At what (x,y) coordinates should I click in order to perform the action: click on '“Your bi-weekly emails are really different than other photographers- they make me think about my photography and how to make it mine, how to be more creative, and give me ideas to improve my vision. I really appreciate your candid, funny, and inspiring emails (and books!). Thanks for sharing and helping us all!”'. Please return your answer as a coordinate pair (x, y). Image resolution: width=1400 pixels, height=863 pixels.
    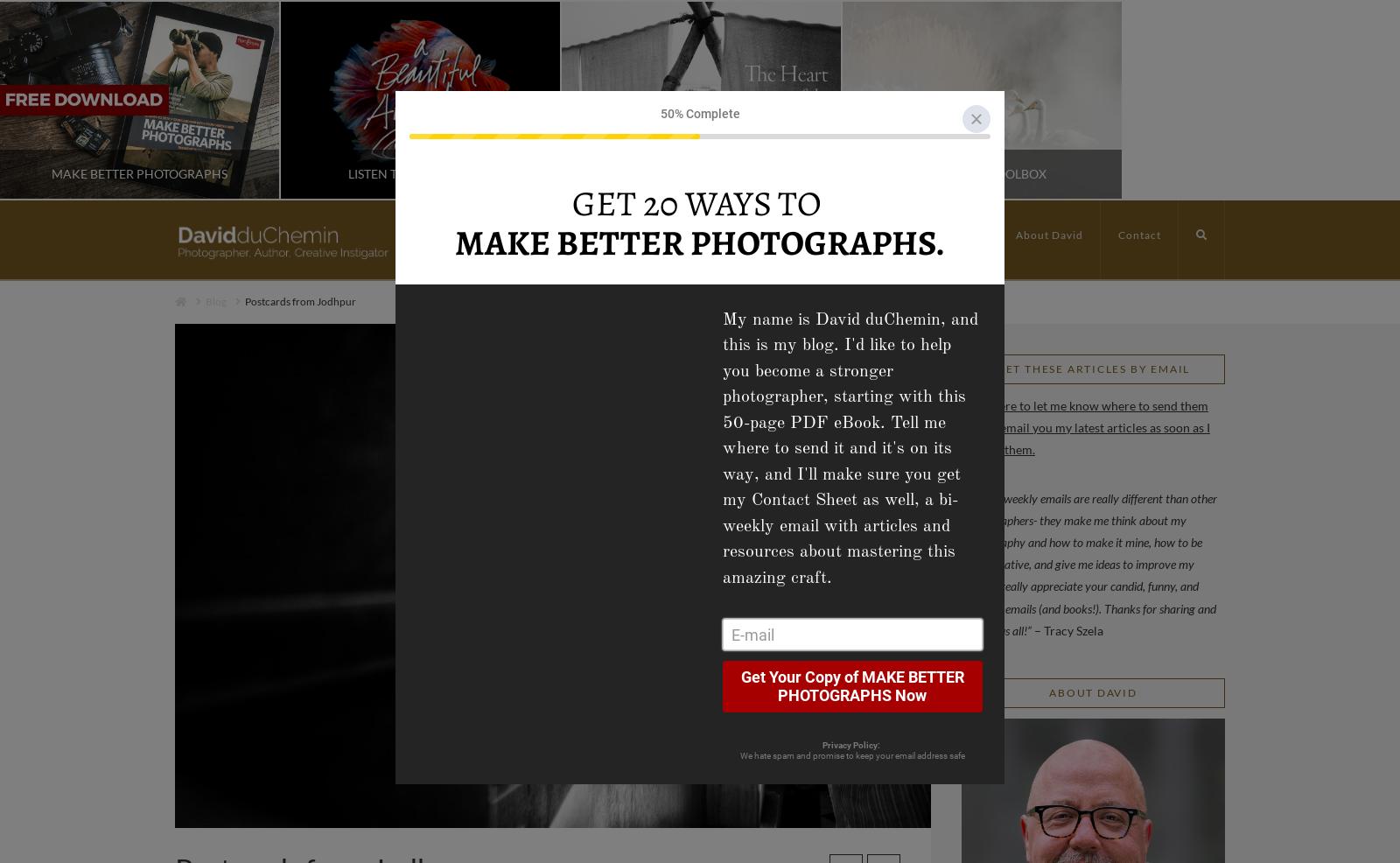
    Looking at the image, I should click on (1088, 563).